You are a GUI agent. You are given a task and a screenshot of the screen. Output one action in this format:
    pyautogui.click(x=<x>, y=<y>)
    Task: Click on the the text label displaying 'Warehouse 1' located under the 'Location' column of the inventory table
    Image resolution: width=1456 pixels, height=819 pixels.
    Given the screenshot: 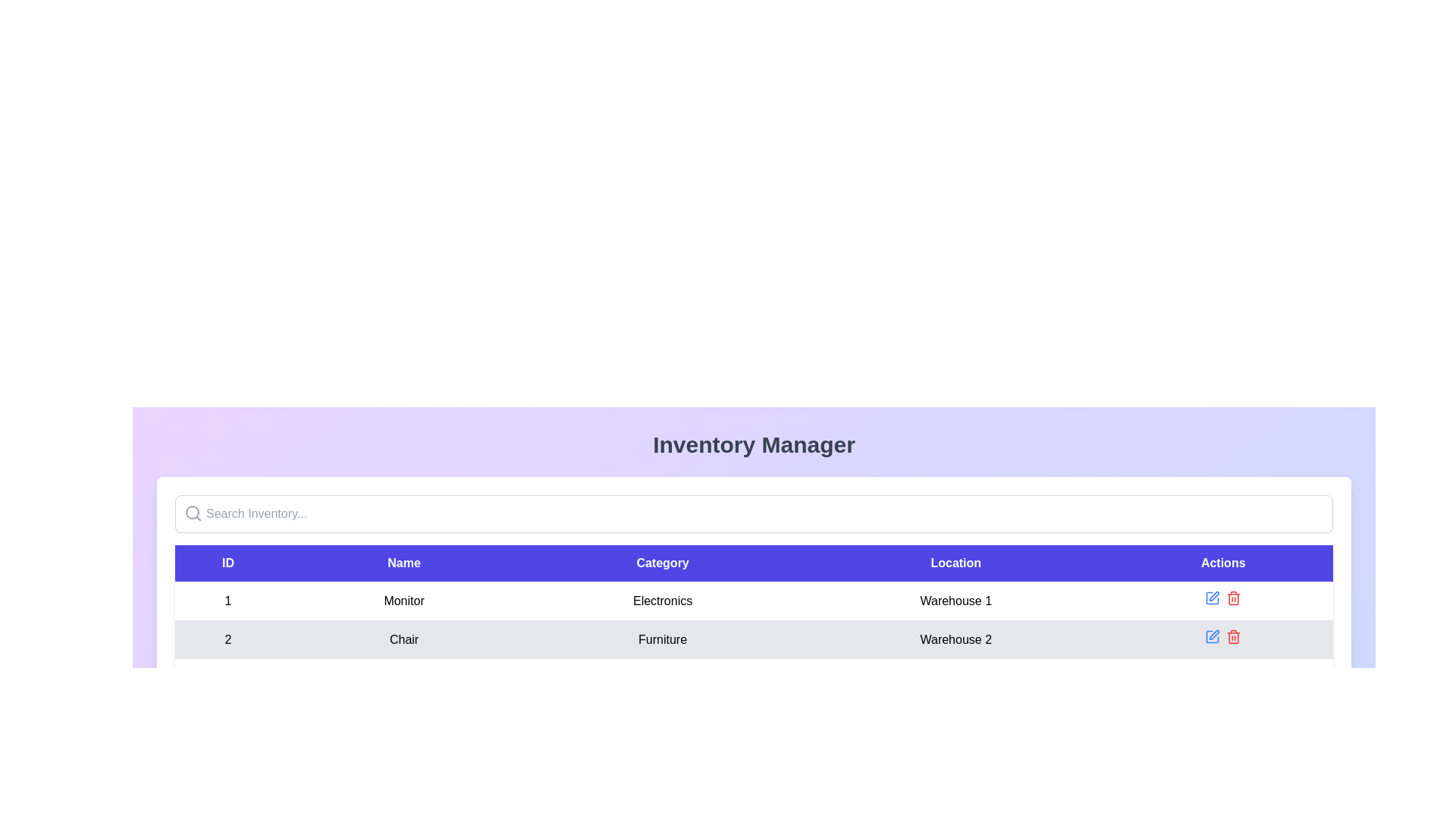 What is the action you would take?
    pyautogui.click(x=955, y=600)
    